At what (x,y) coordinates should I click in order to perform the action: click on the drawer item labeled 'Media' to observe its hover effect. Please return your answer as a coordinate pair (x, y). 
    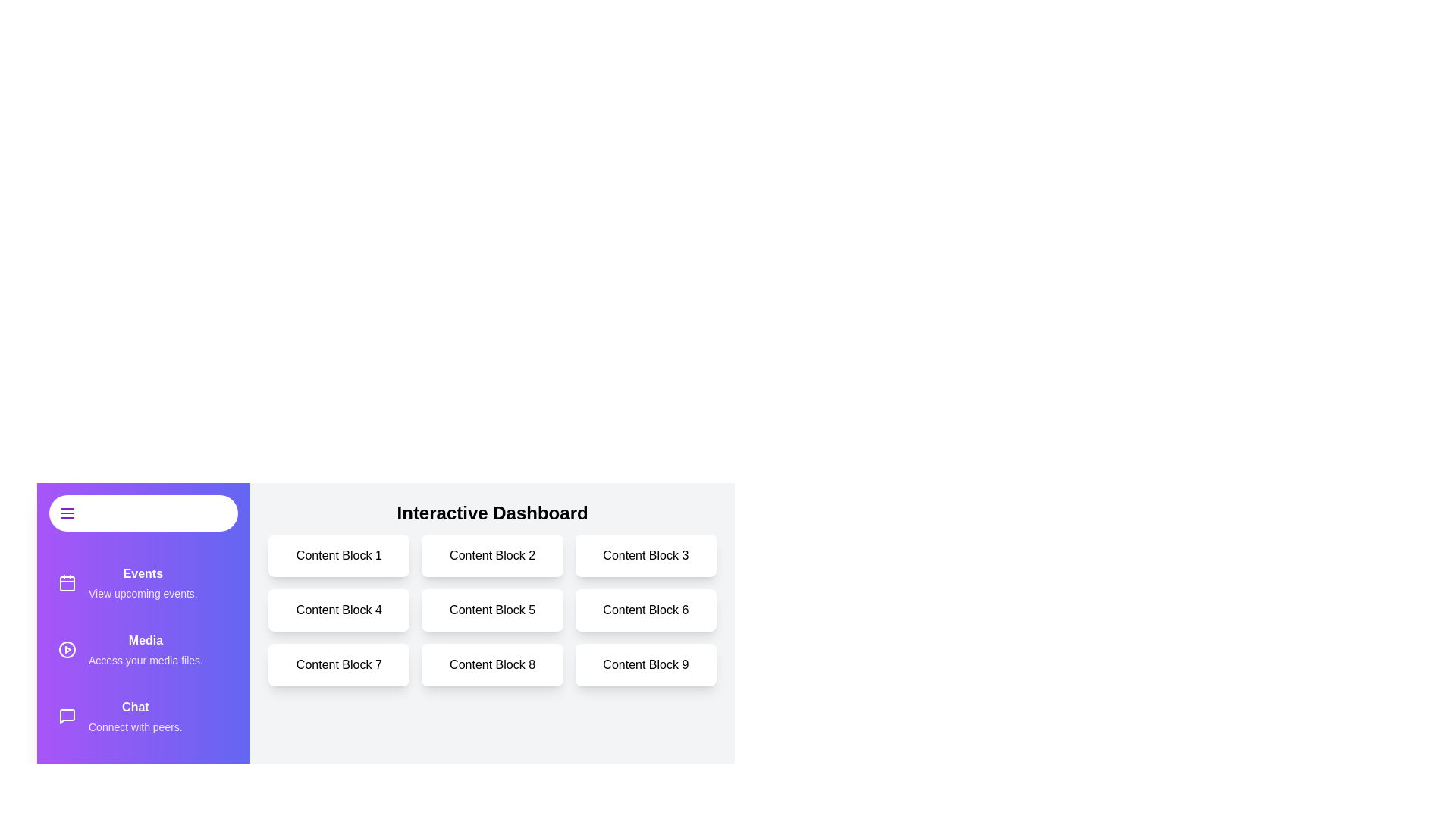
    Looking at the image, I should click on (143, 648).